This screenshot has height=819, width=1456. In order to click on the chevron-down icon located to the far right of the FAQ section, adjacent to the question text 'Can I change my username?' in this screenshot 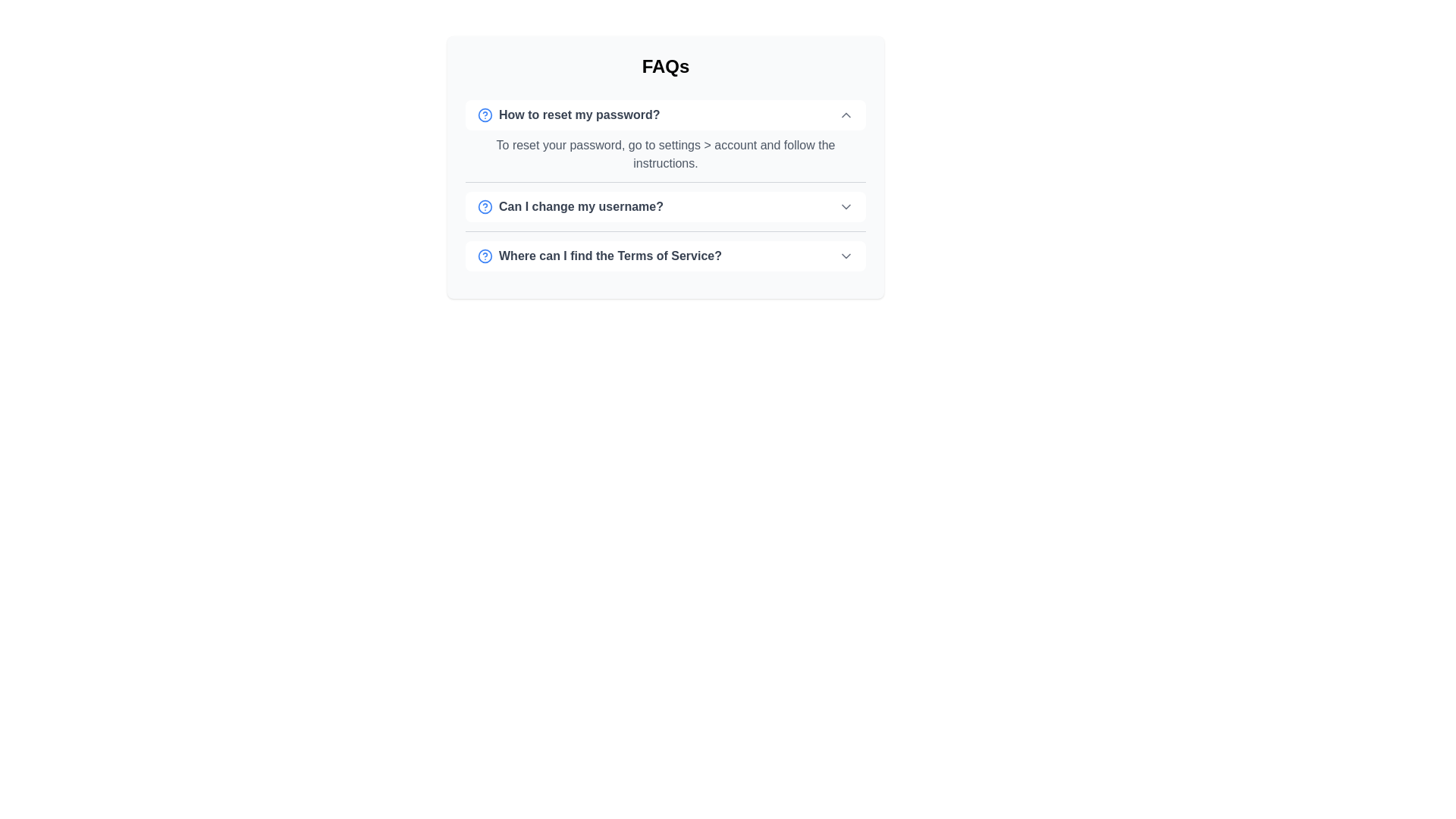, I will do `click(846, 207)`.